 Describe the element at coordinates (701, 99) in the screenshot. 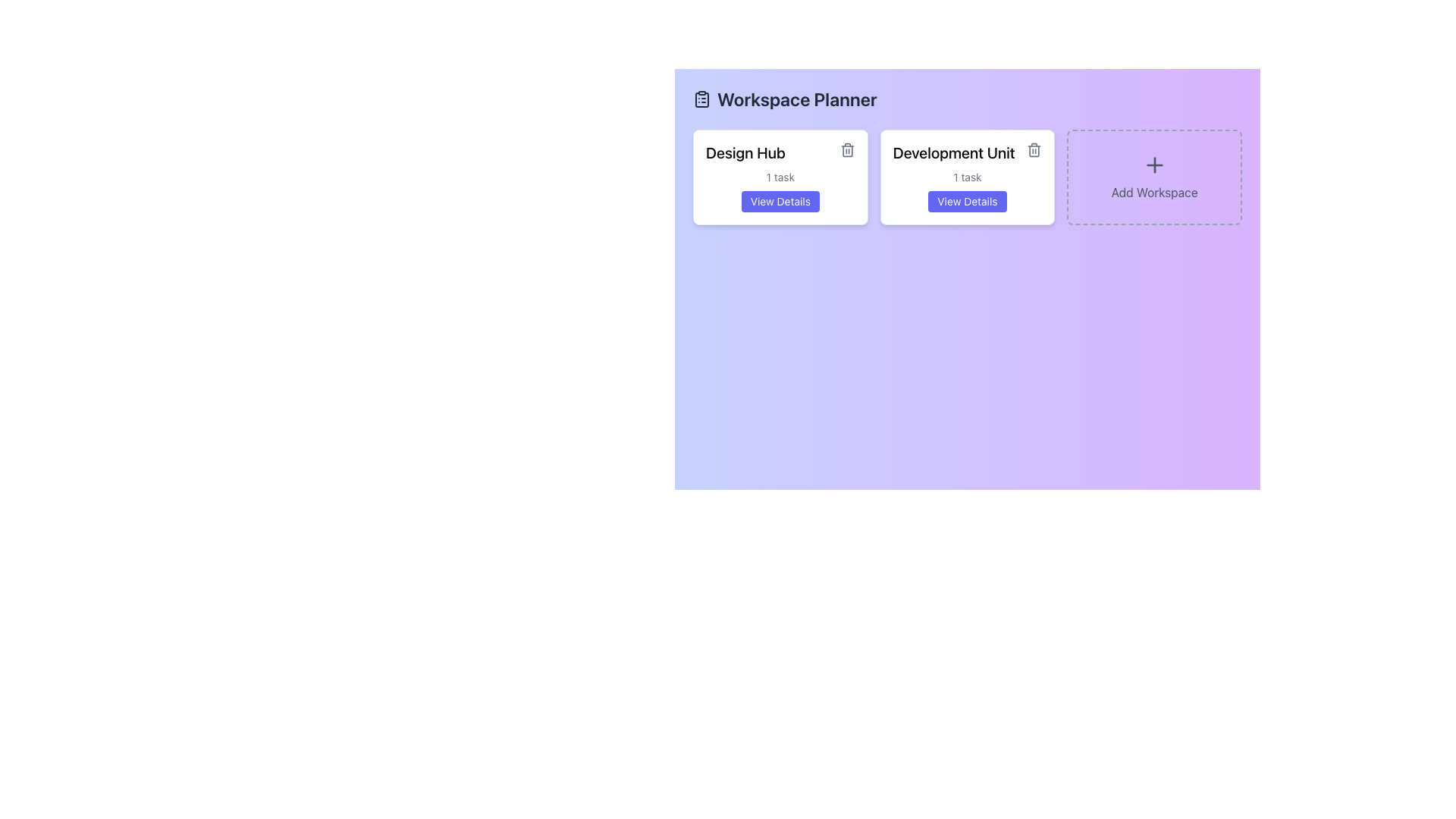

I see `the clipboard icon representing a list, which is part of the SVG group near the top-left area adjacent to the title 'Workspace Planner'` at that location.